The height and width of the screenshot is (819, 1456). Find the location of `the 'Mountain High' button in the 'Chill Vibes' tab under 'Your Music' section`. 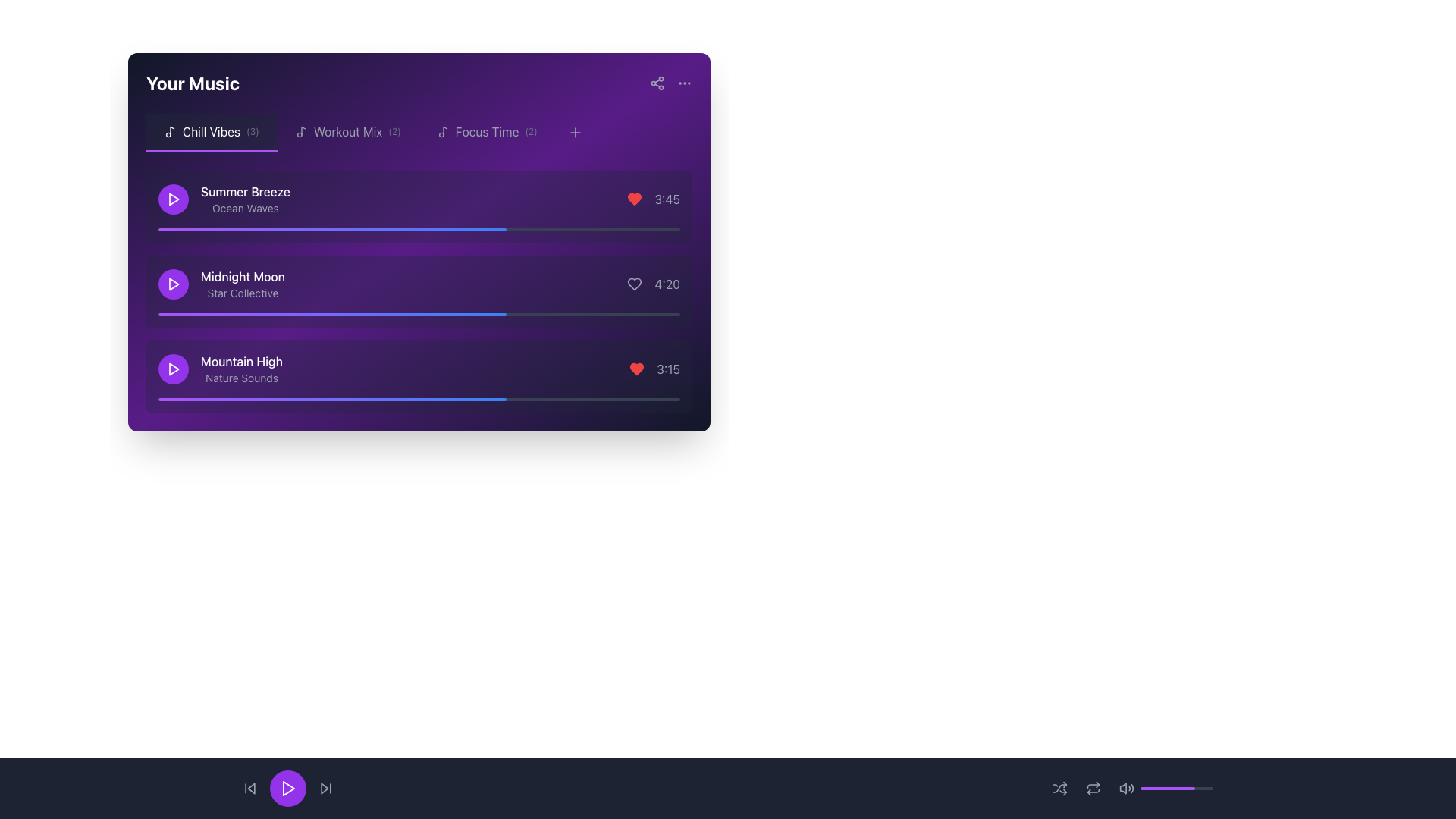

the 'Mountain High' button in the 'Chill Vibes' tab under 'Your Music' section is located at coordinates (419, 376).